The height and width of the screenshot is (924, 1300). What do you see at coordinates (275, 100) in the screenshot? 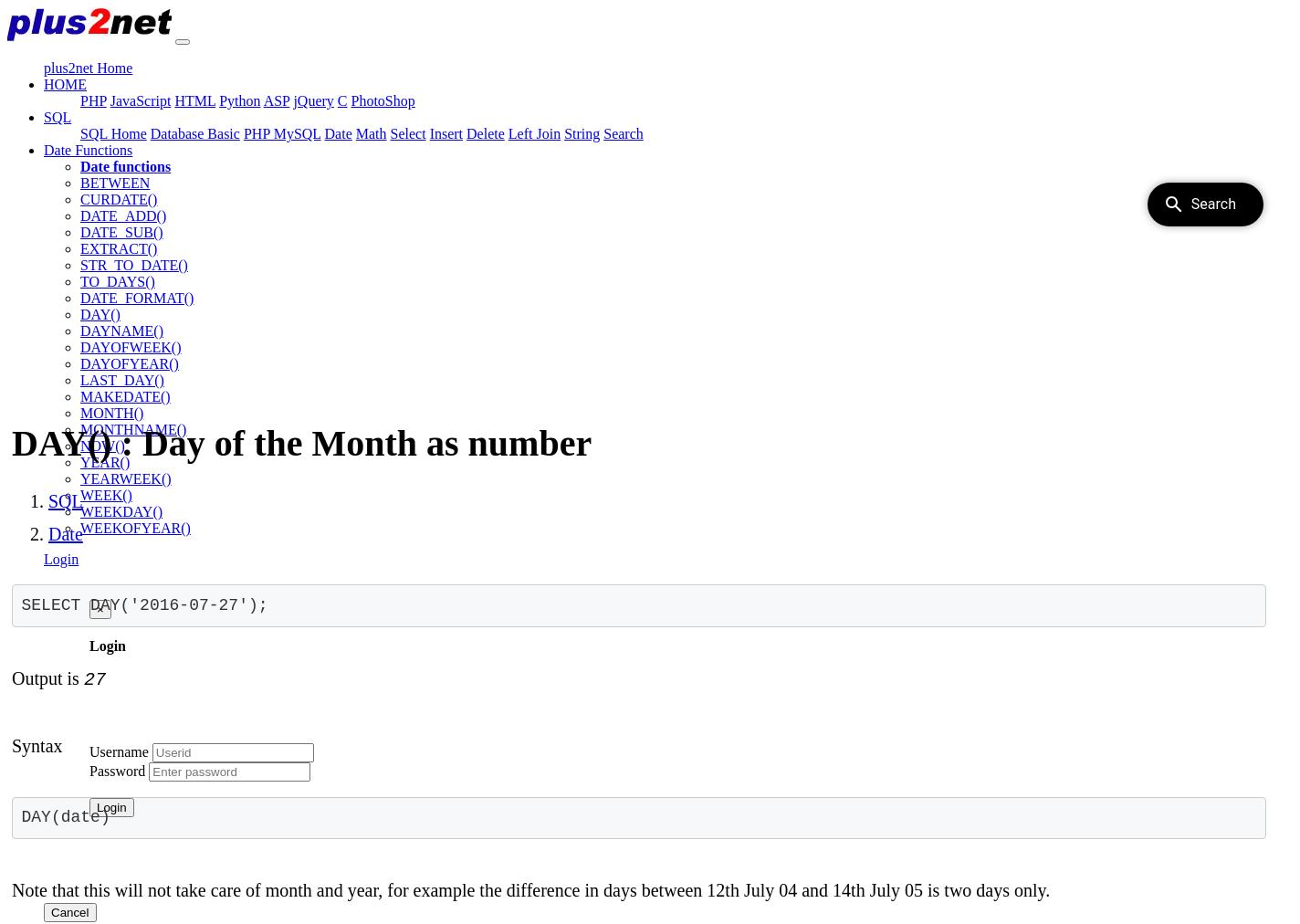
I see `'ASP'` at bounding box center [275, 100].